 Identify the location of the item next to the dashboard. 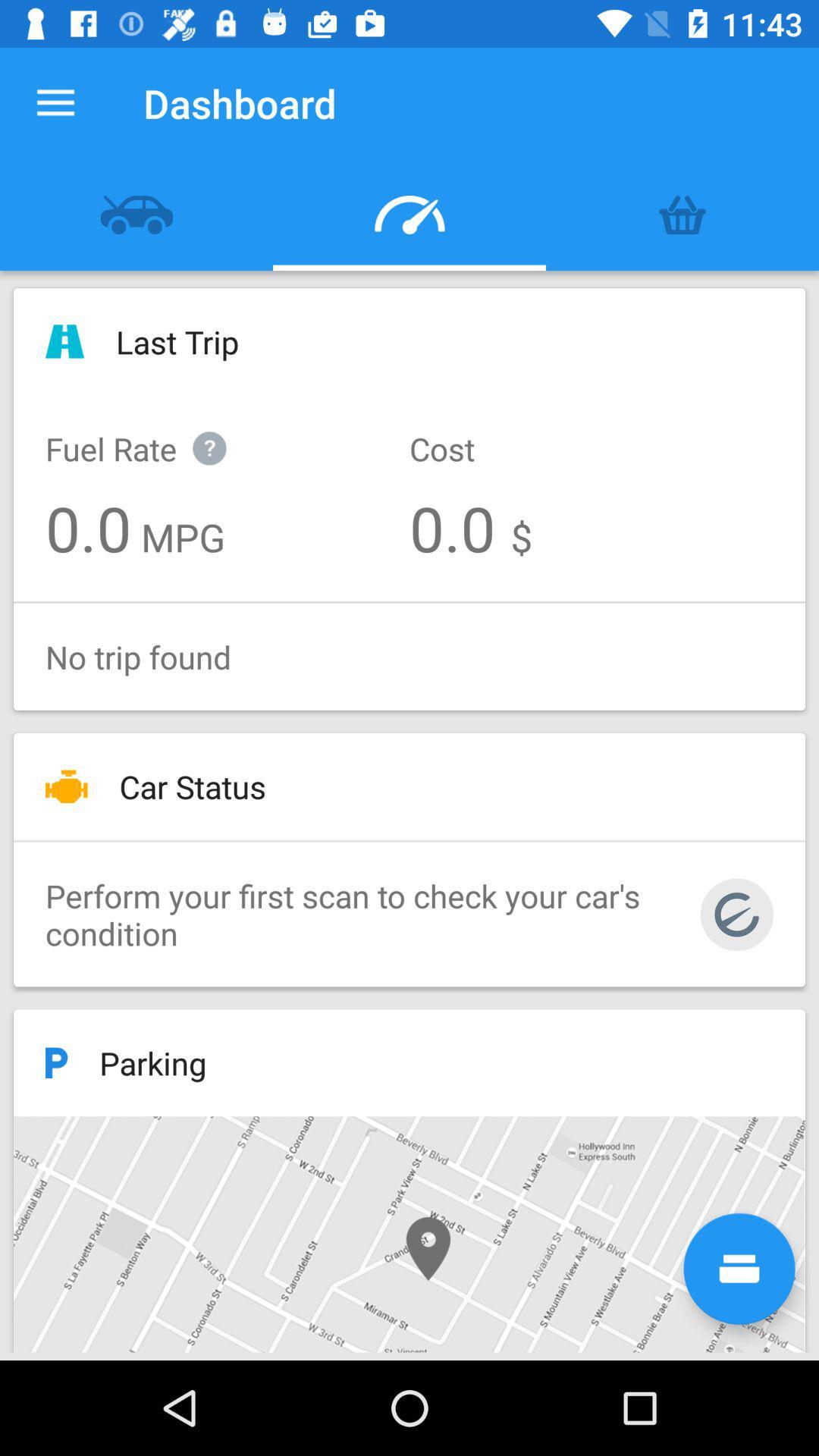
(55, 102).